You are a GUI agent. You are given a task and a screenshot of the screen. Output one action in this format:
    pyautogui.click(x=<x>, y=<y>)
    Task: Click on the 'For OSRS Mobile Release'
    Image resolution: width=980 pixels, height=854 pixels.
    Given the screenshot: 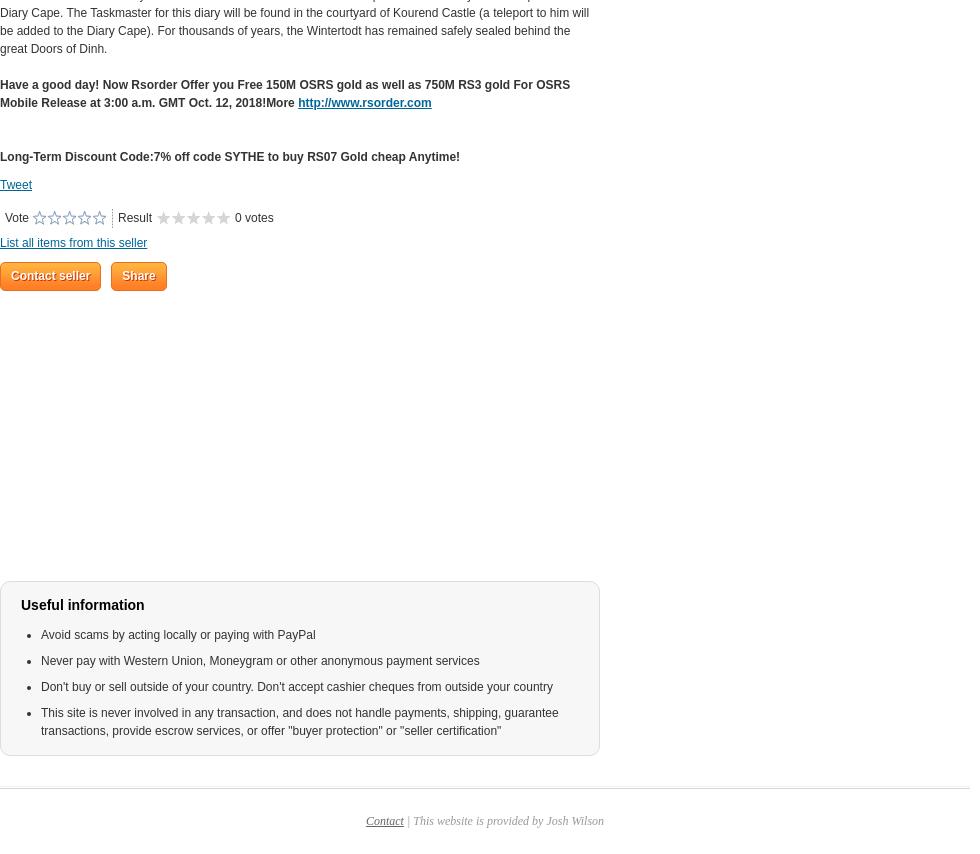 What is the action you would take?
    pyautogui.click(x=284, y=94)
    